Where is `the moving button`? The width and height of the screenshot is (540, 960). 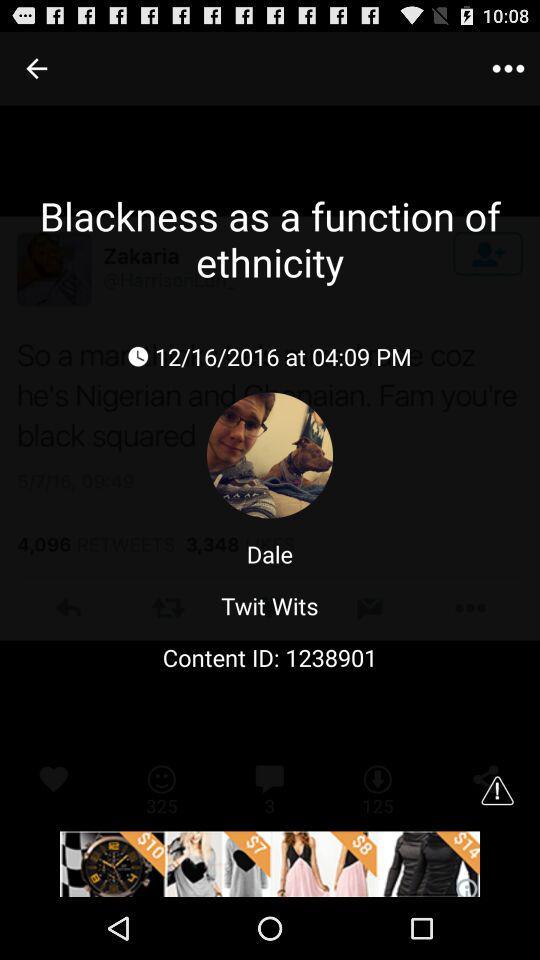
the moving button is located at coordinates (270, 863).